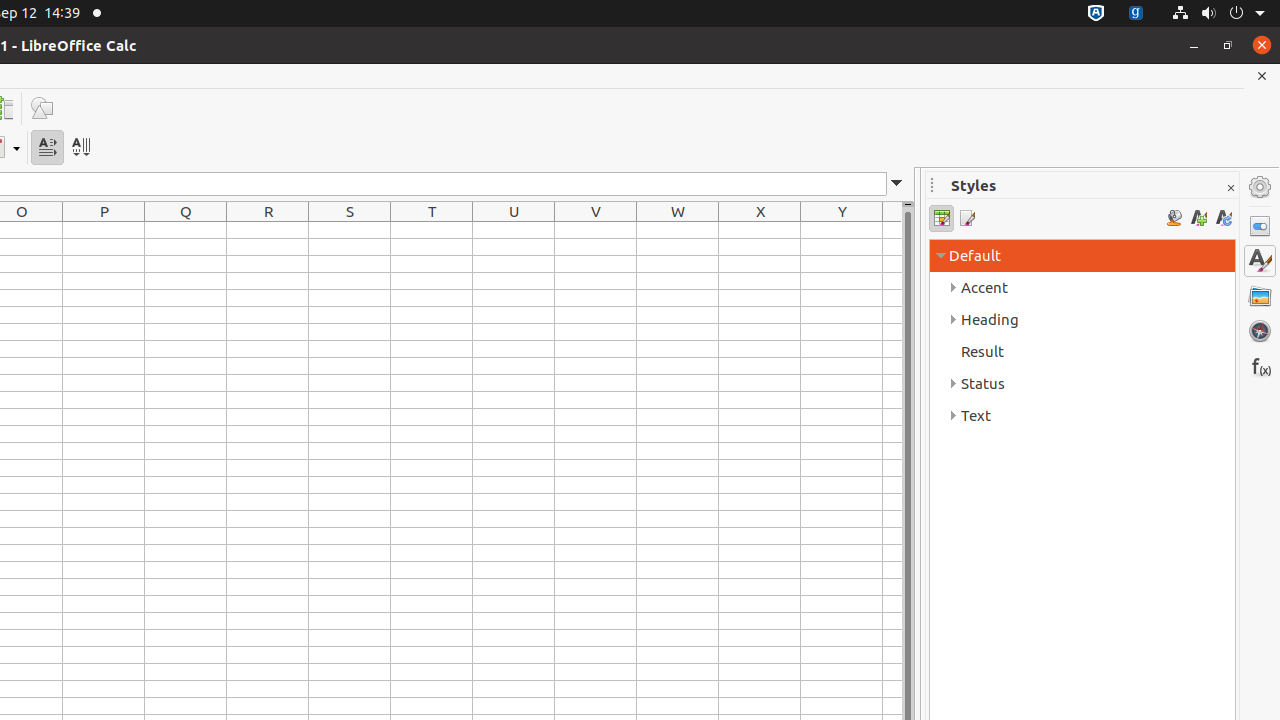 The image size is (1280, 720). Describe the element at coordinates (891, 229) in the screenshot. I see `'Z1'` at that location.